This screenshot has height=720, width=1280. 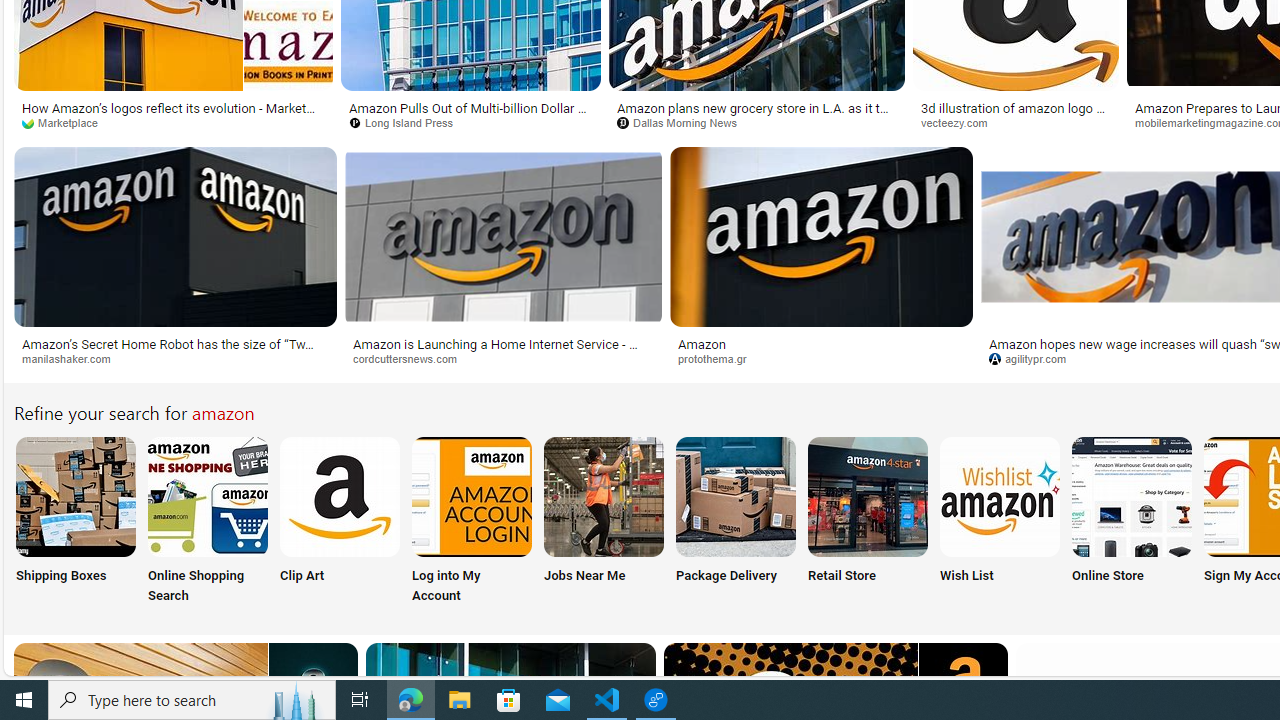 What do you see at coordinates (720, 357) in the screenshot?
I see `'protothema.gr'` at bounding box center [720, 357].